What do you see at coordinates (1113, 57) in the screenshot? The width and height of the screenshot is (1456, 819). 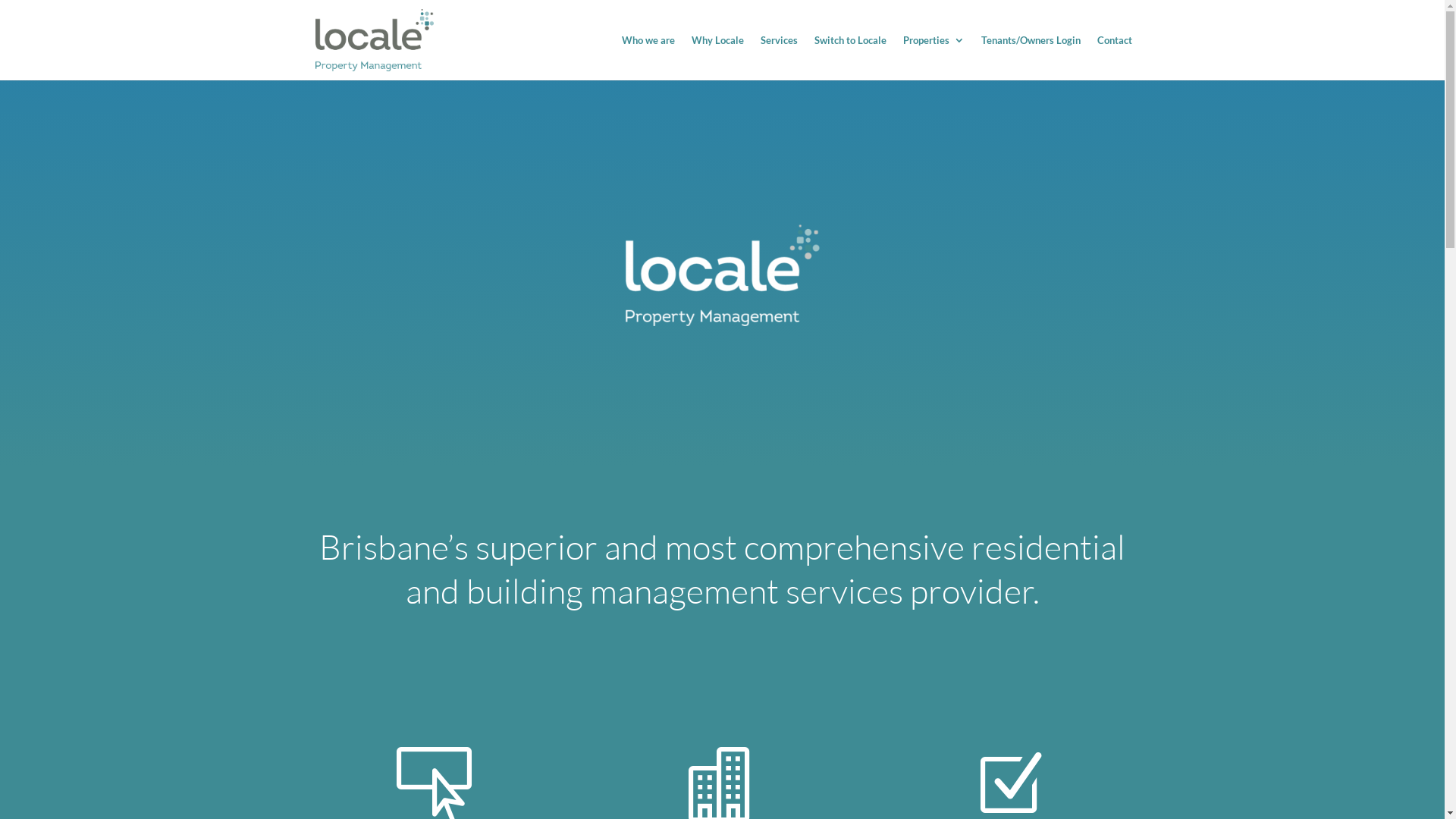 I see `'Contact'` at bounding box center [1113, 57].